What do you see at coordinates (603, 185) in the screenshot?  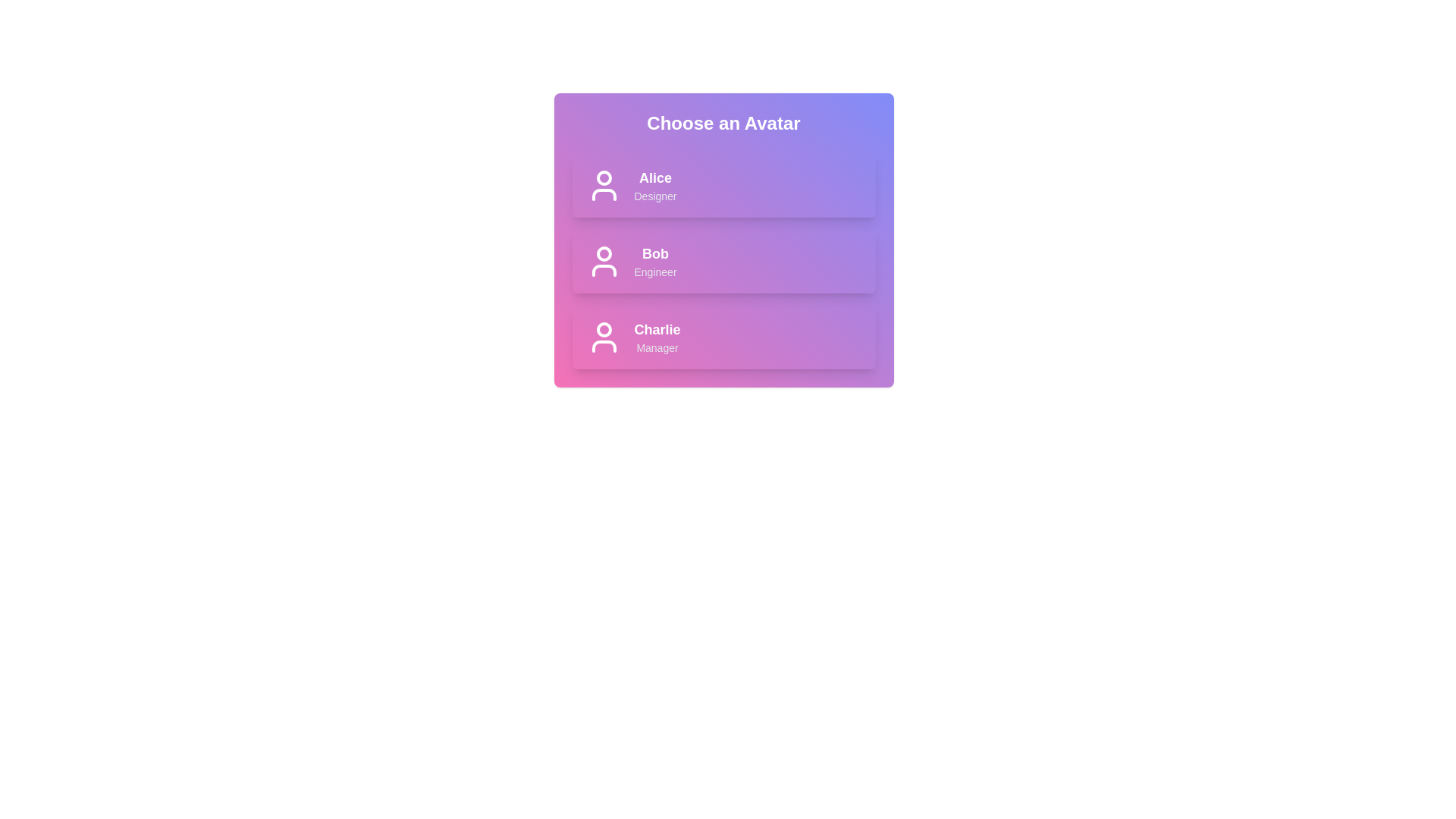 I see `the user 'Alice' icon located above the 'AliceDesigner' label text` at bounding box center [603, 185].